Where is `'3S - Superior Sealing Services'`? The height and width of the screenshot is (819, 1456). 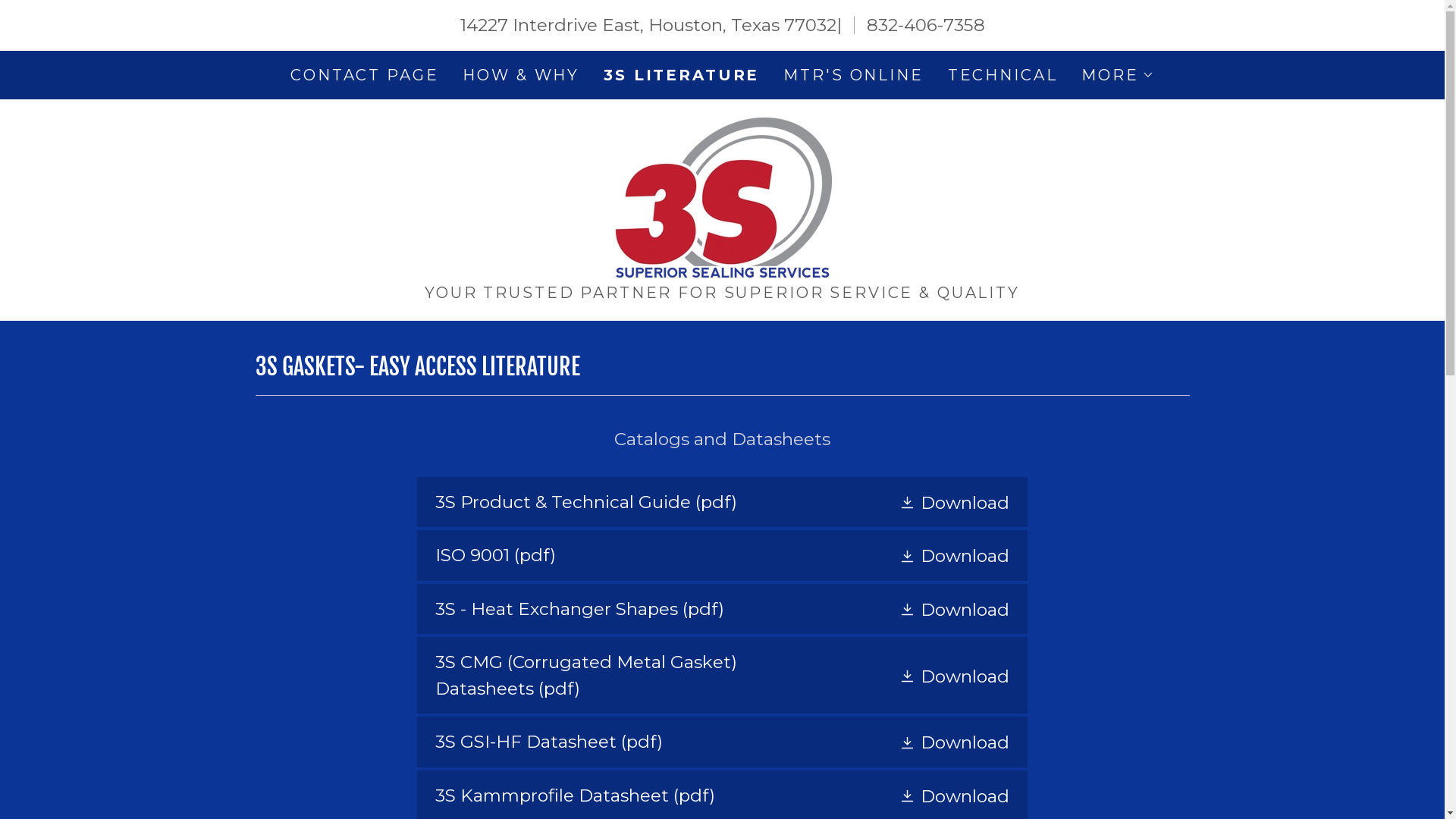
'3S - Superior Sealing Services' is located at coordinates (721, 195).